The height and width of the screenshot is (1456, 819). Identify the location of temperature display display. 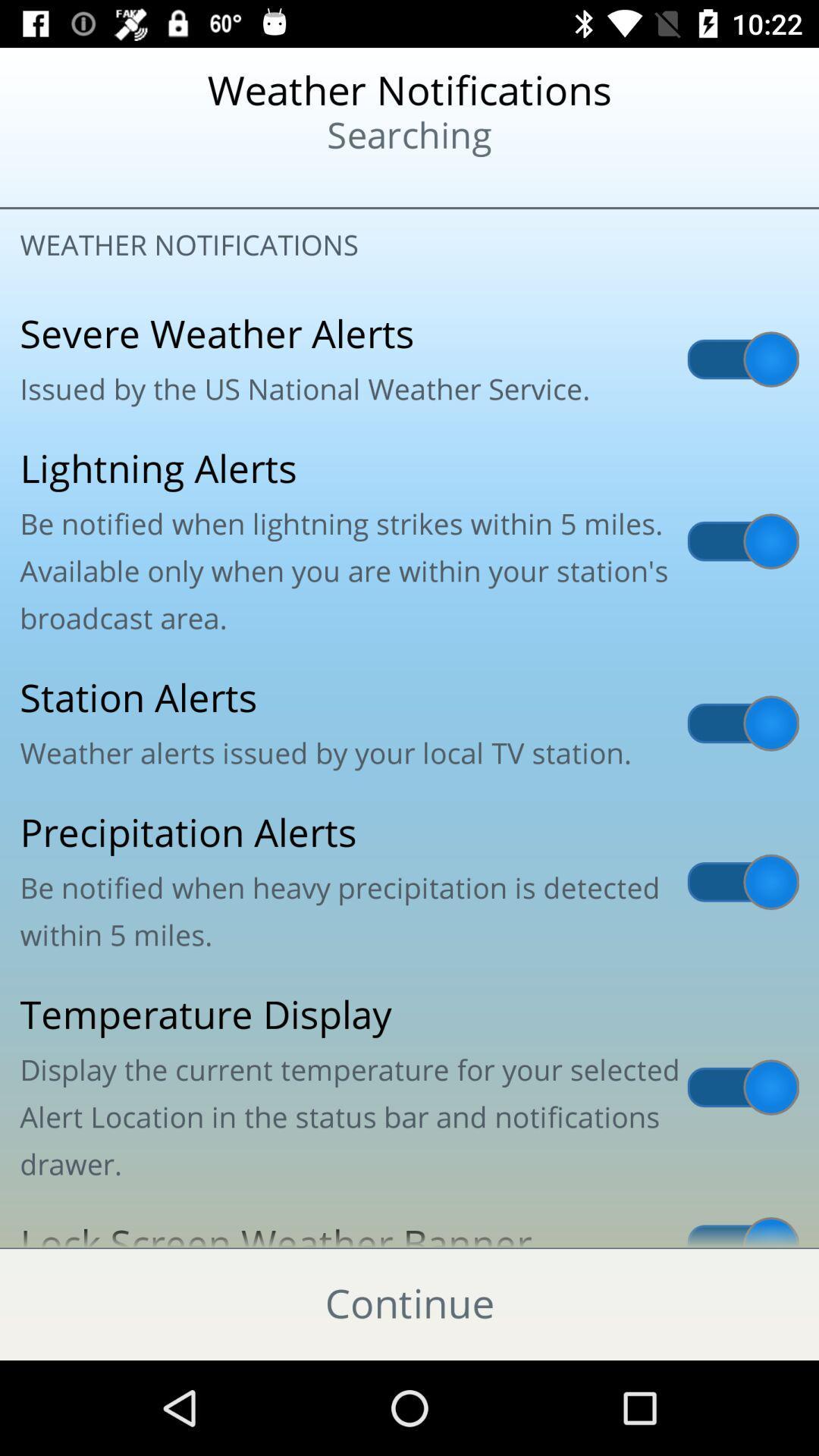
(409, 1087).